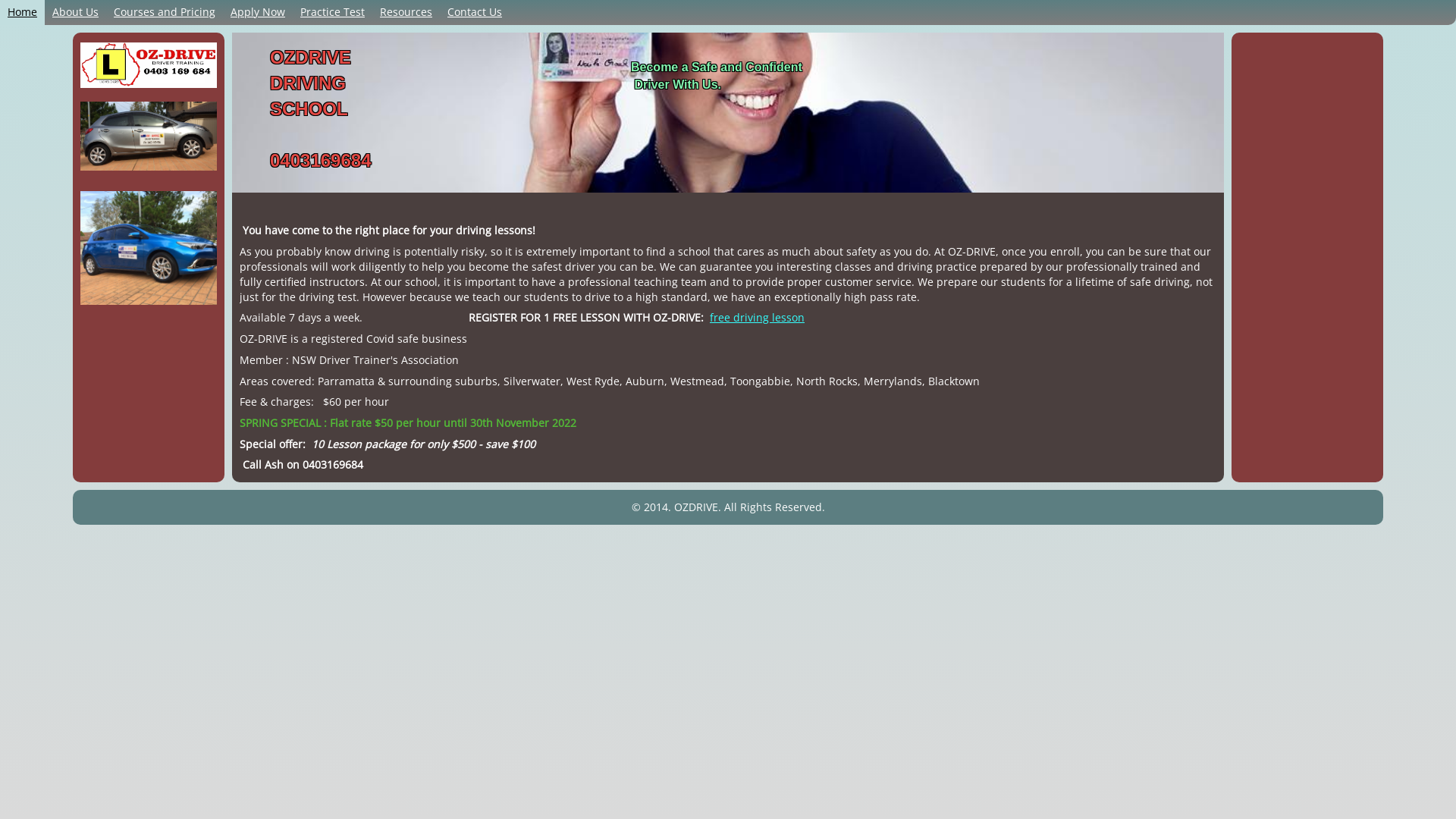 The image size is (1456, 819). I want to click on 'Home', so click(22, 12).